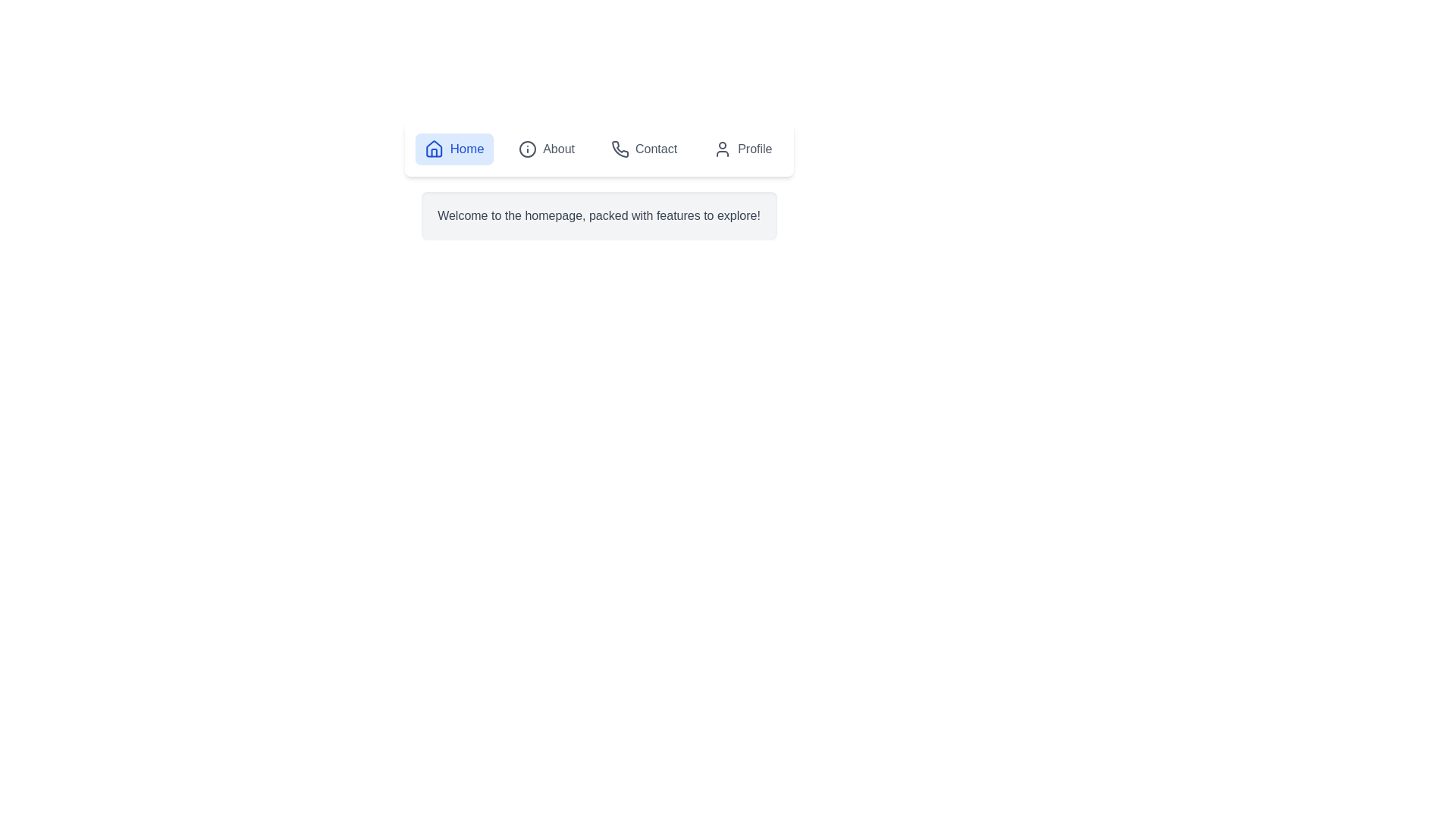  Describe the element at coordinates (432, 149) in the screenshot. I see `the icon of the Home tab` at that location.